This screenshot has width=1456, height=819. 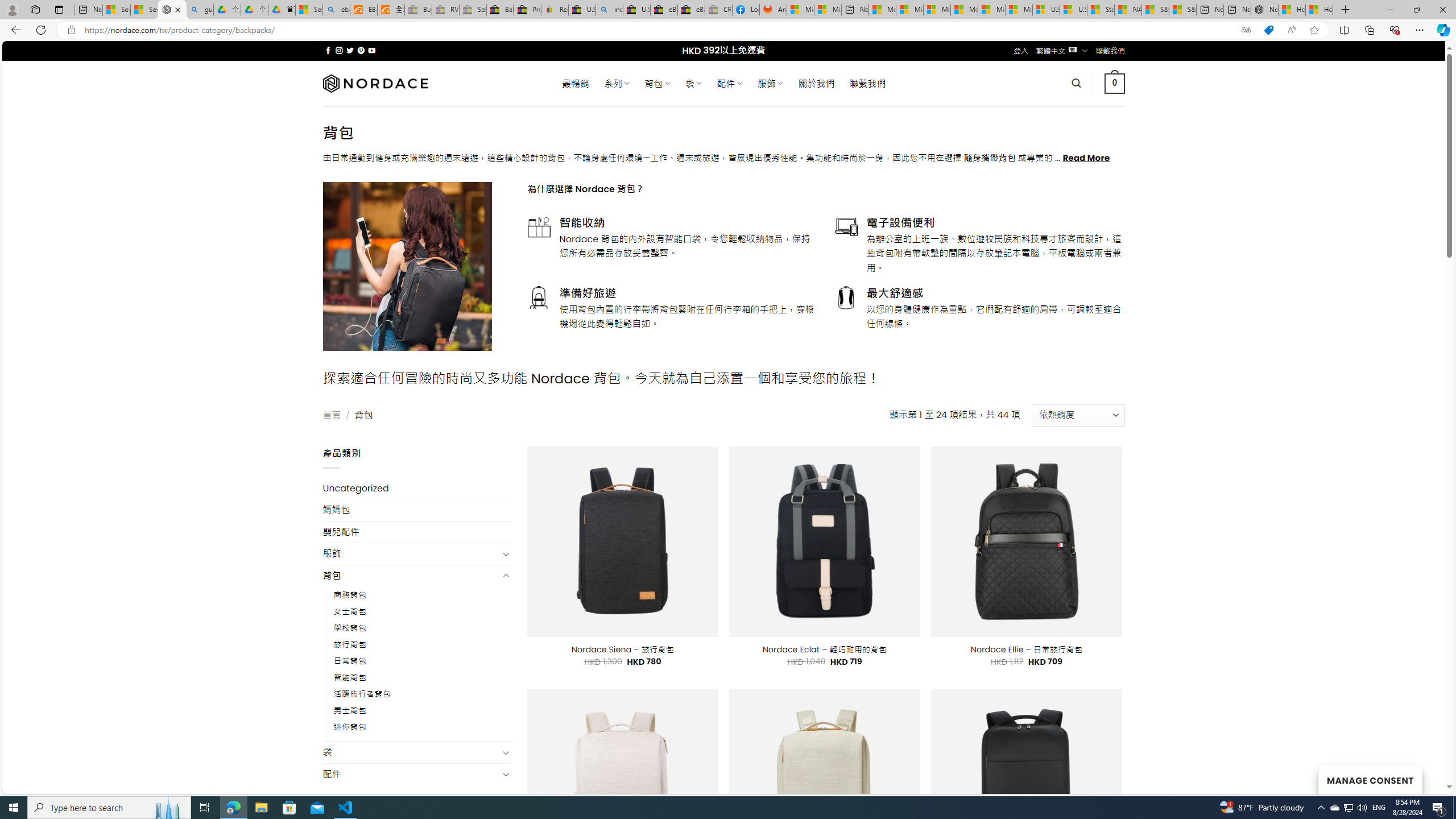 I want to click on 'Follow on Facebook', so click(x=328, y=50).